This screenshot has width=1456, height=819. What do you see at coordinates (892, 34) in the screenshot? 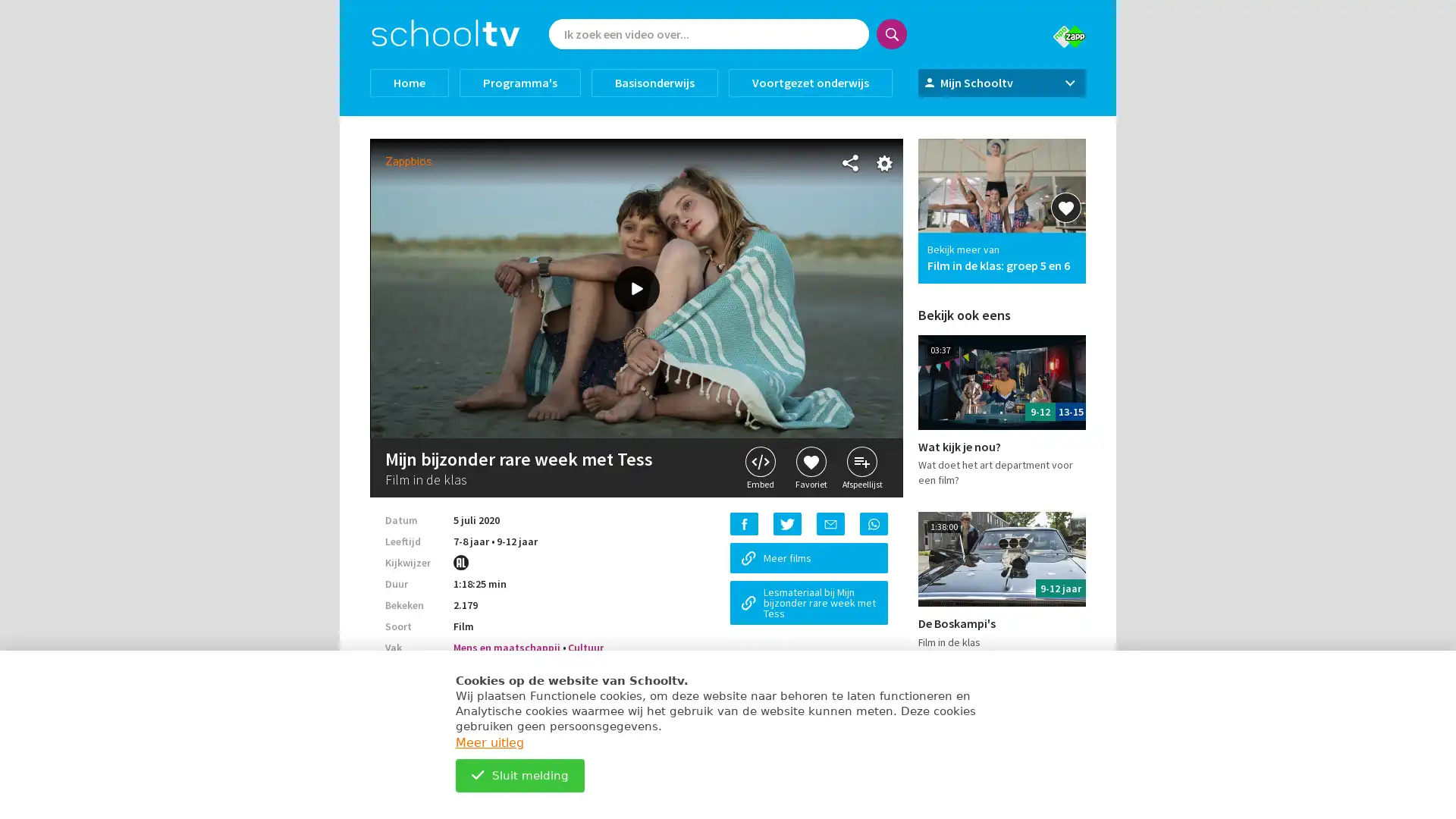
I see `Zoeken` at bounding box center [892, 34].